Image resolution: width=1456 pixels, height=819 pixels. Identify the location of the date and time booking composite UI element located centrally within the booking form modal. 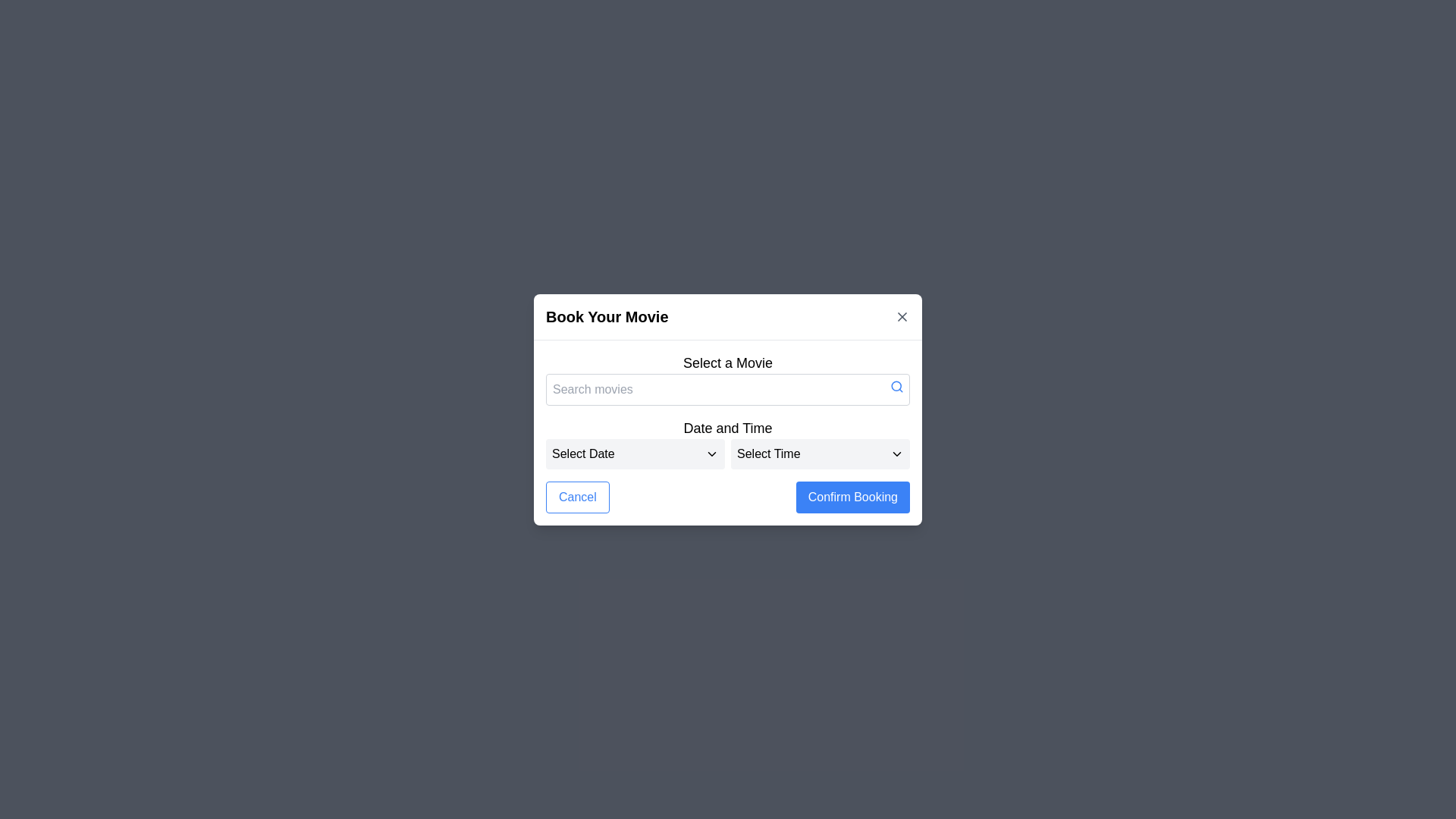
(728, 442).